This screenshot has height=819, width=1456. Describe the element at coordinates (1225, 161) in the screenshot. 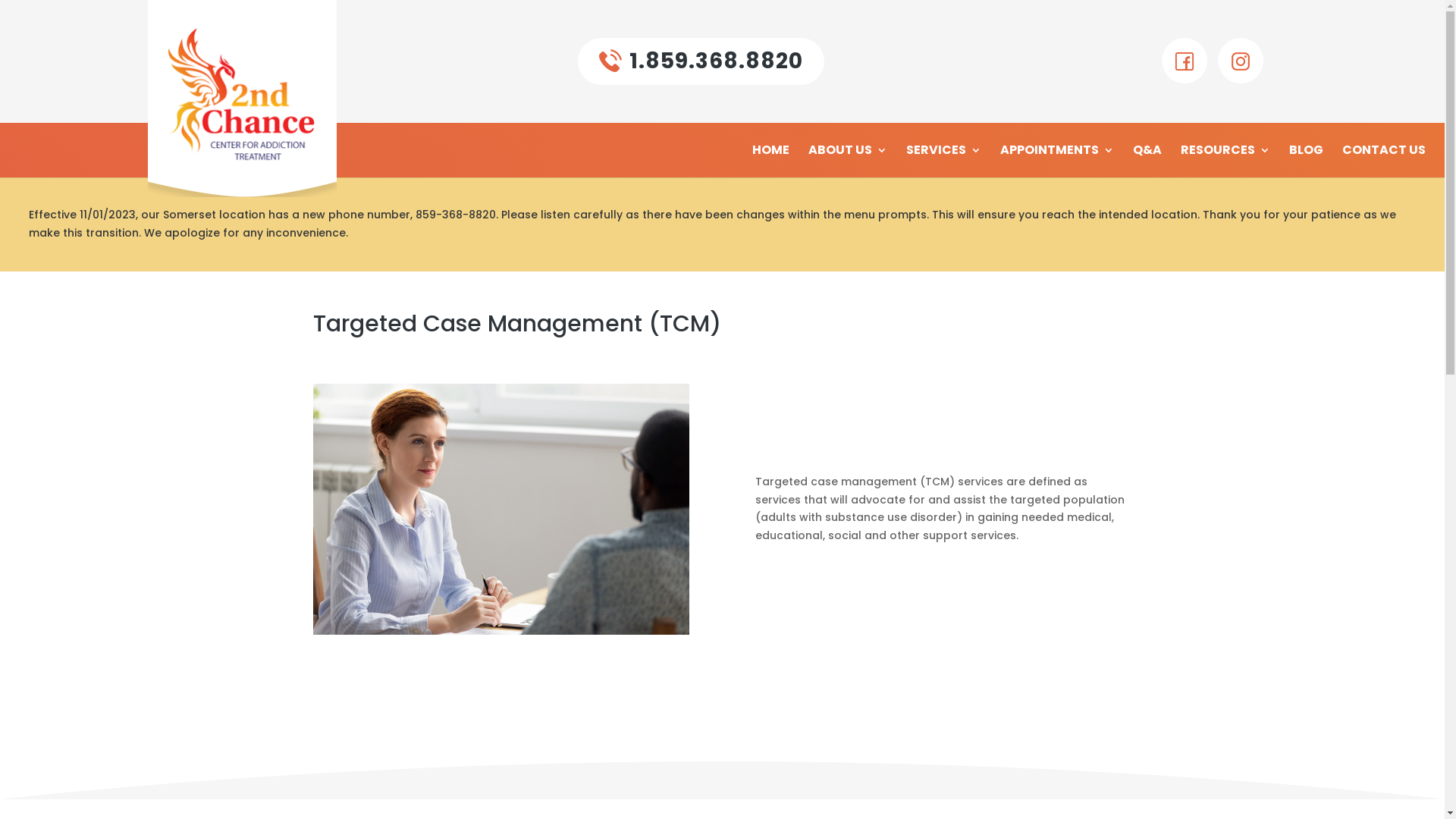

I see `'RESOURCES'` at that location.